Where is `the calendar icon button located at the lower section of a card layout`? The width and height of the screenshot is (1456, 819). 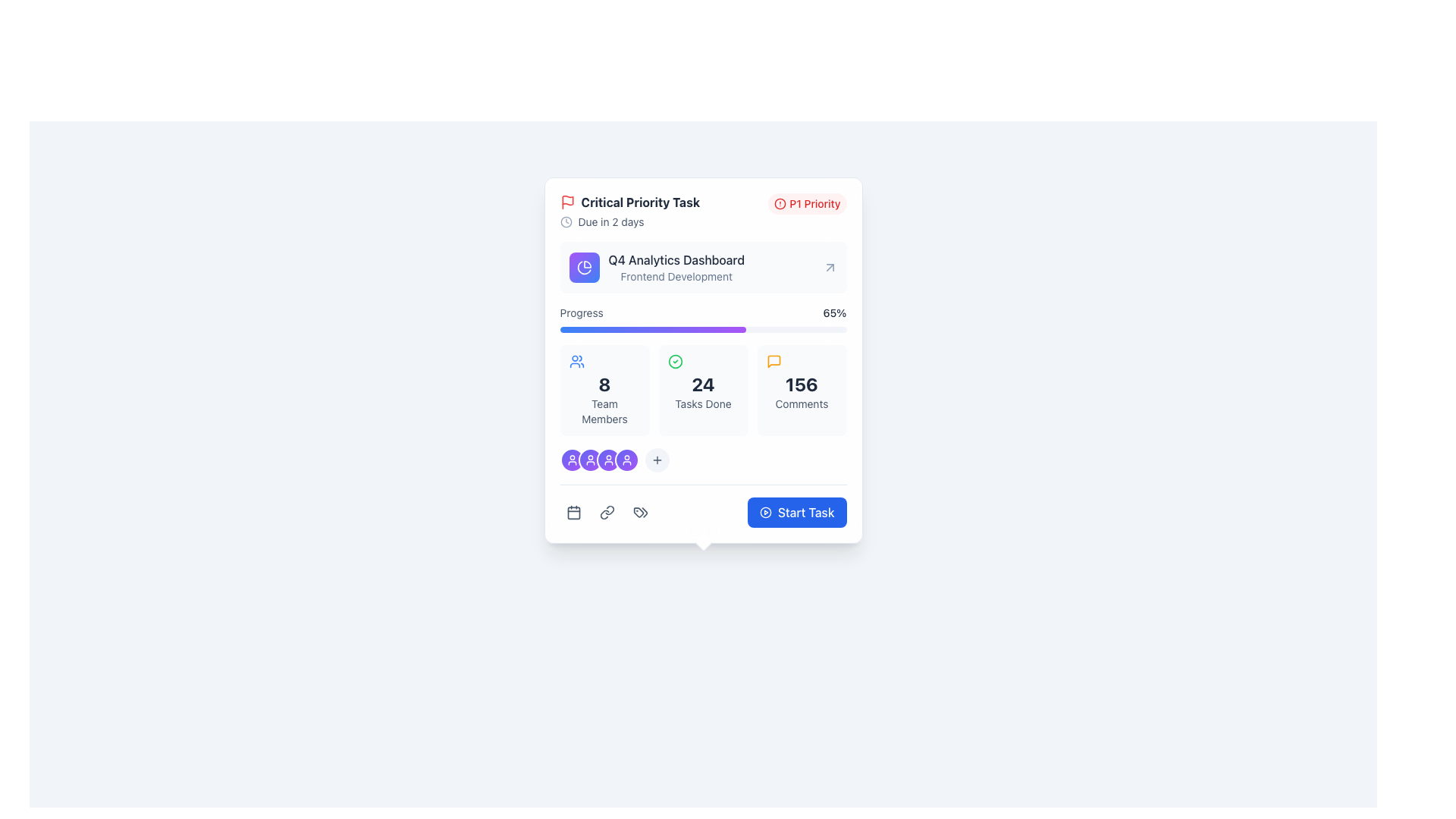
the calendar icon button located at the lower section of a card layout is located at coordinates (573, 512).